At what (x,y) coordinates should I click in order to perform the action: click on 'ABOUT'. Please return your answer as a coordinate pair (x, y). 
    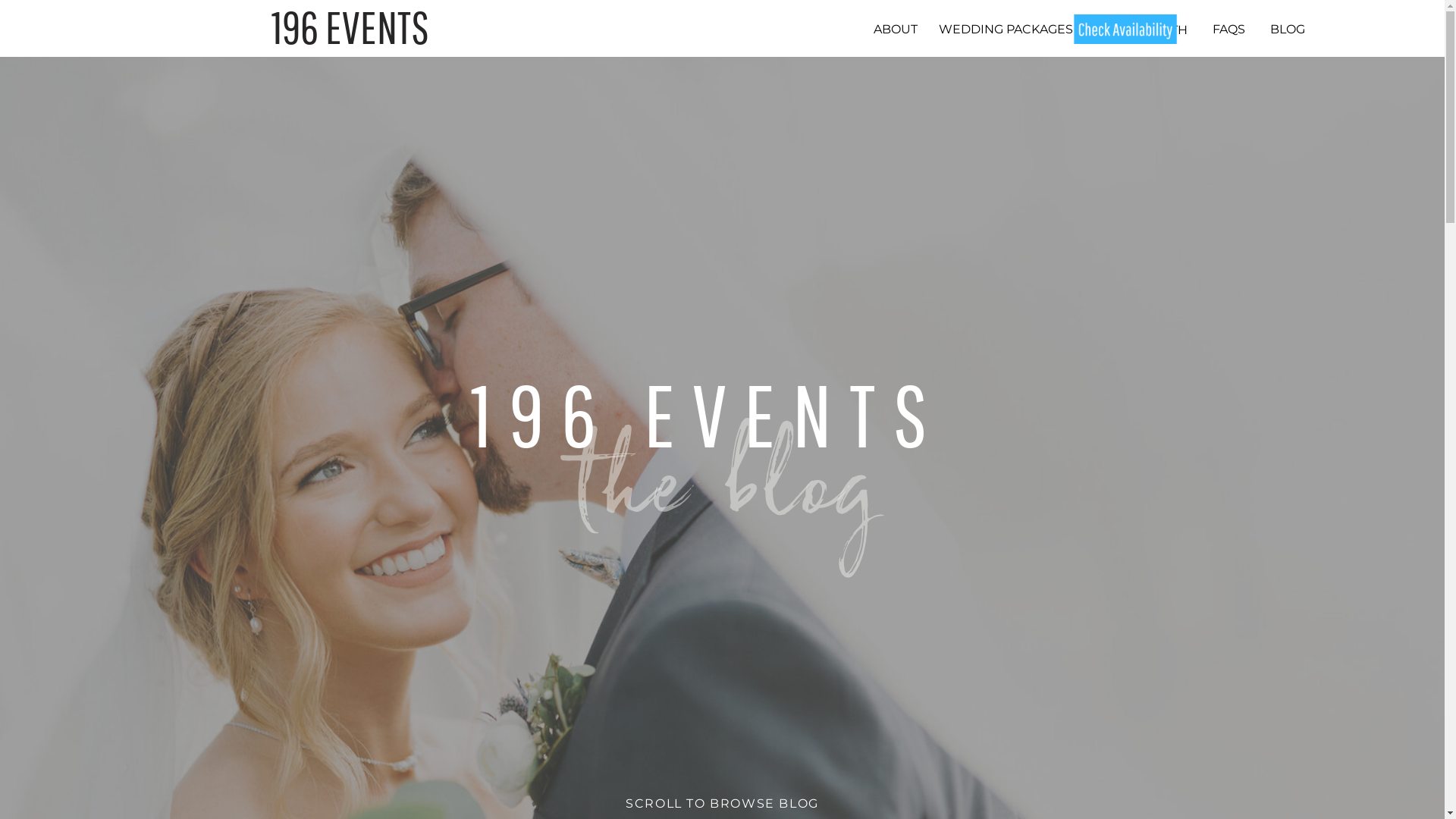
    Looking at the image, I should click on (895, 29).